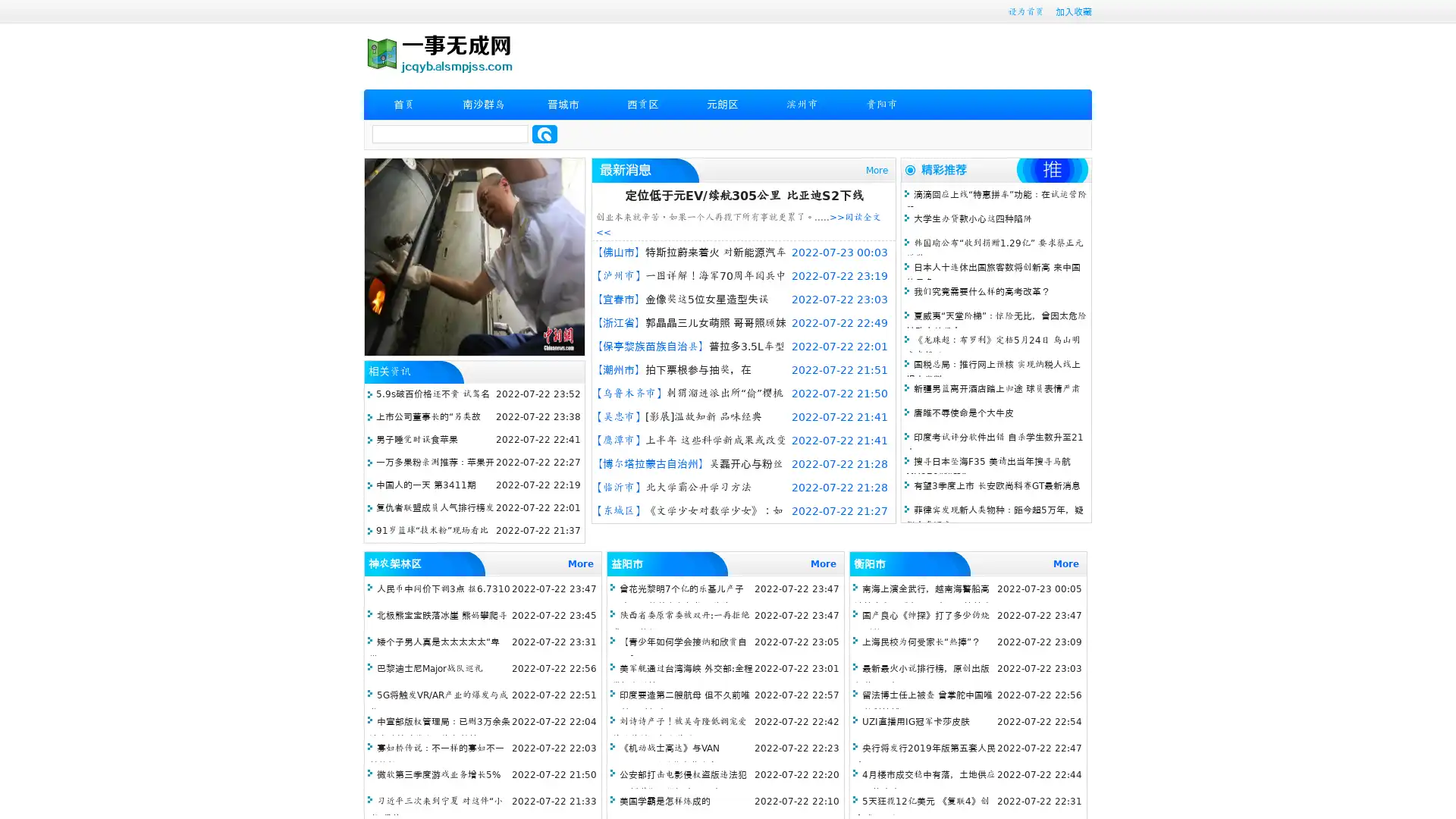 Image resolution: width=1456 pixels, height=819 pixels. What do you see at coordinates (544, 133) in the screenshot?
I see `Search` at bounding box center [544, 133].